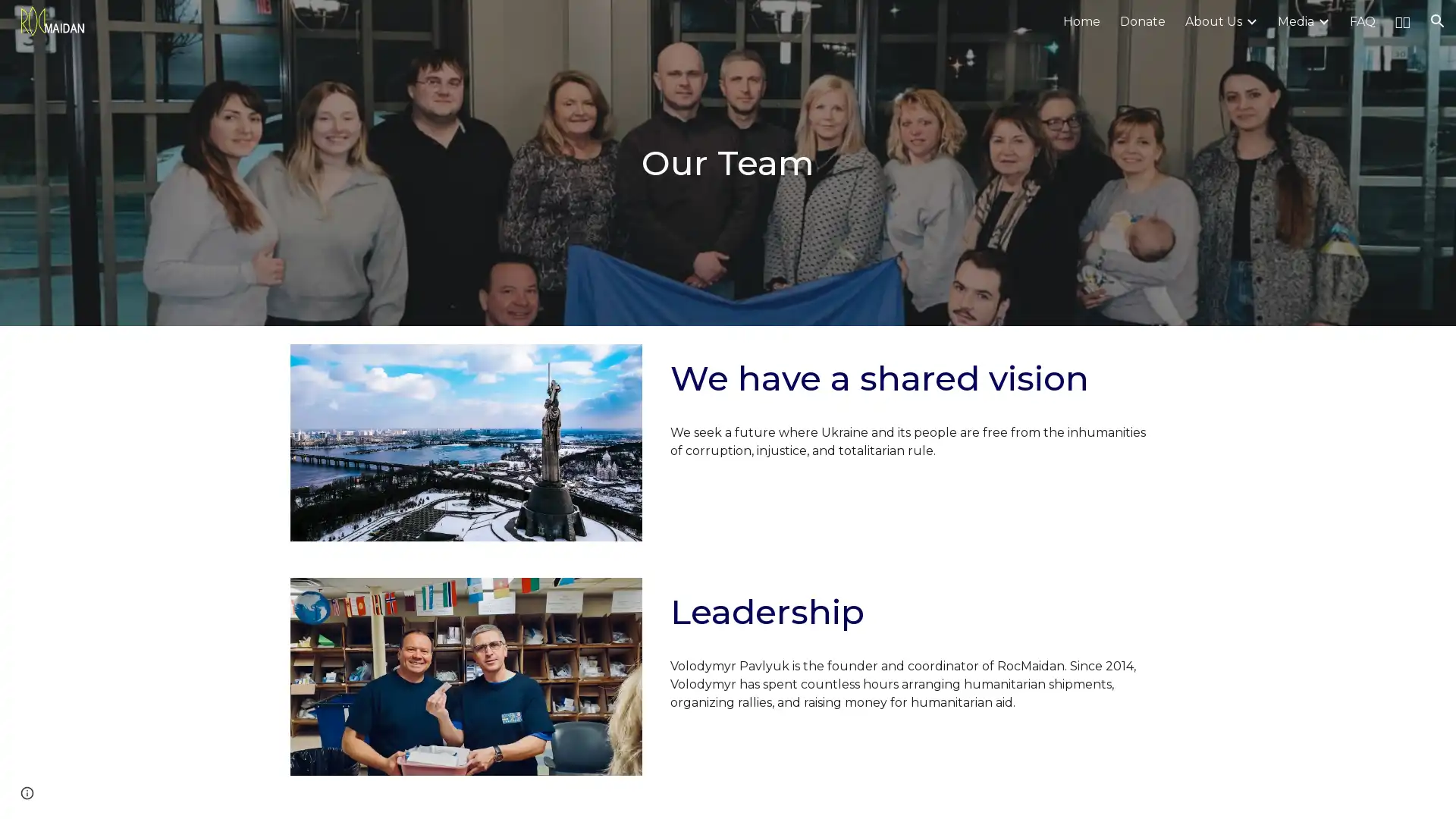 The width and height of the screenshot is (1456, 819). I want to click on Skip to main content, so click(597, 28).